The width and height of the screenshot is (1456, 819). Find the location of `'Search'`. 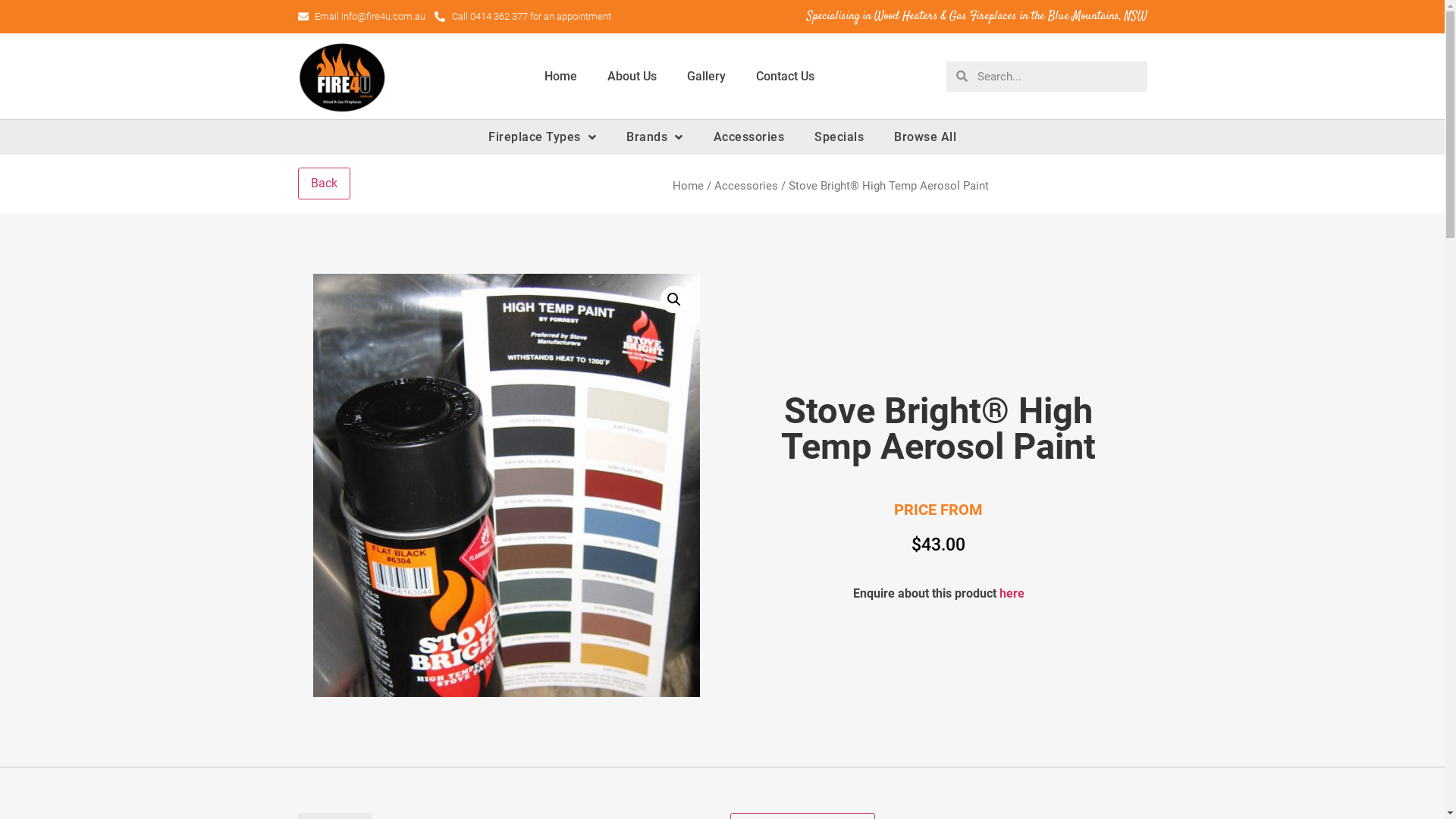

'Search' is located at coordinates (1056, 76).